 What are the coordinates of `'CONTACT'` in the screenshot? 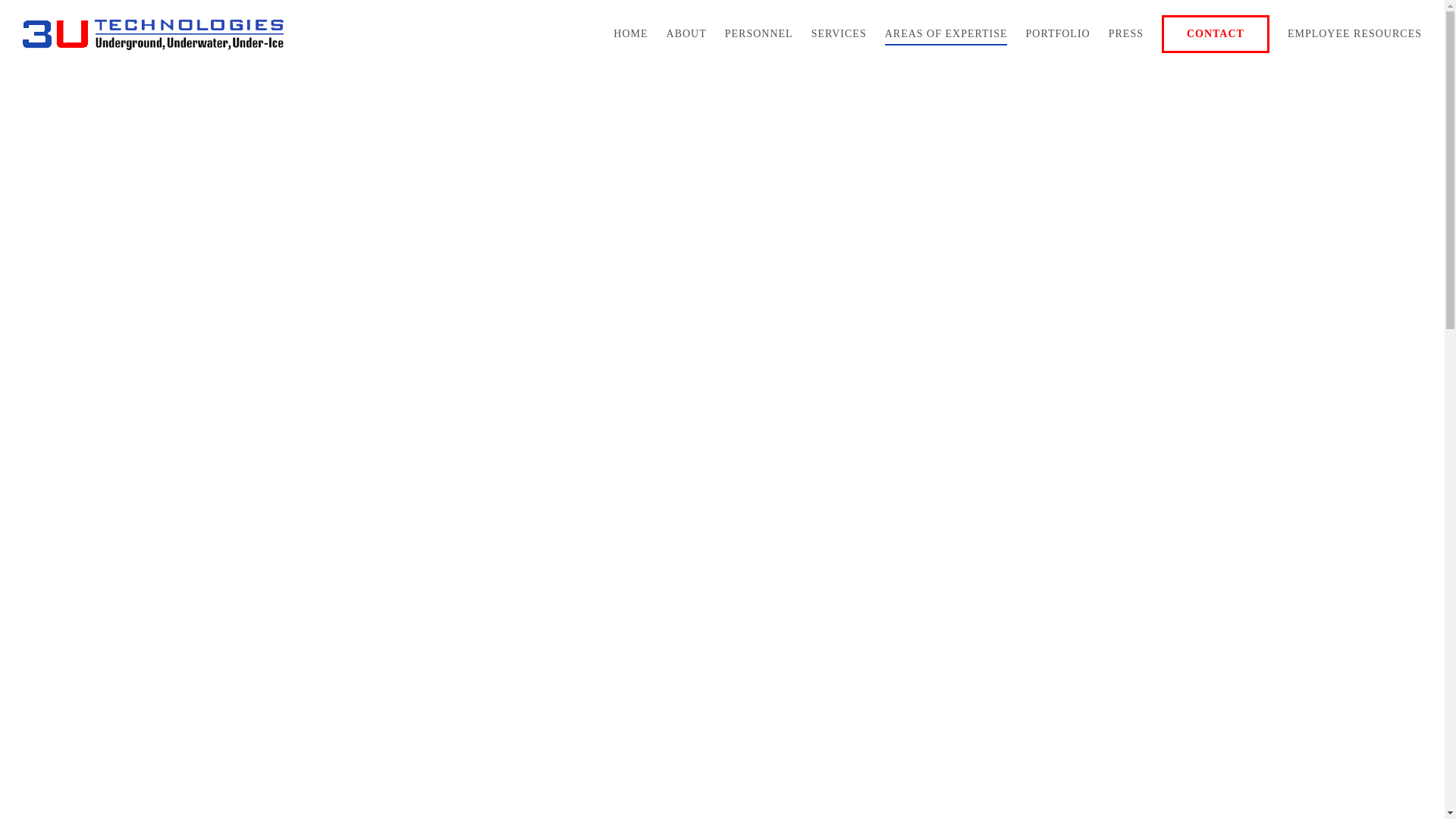 It's located at (1216, 34).